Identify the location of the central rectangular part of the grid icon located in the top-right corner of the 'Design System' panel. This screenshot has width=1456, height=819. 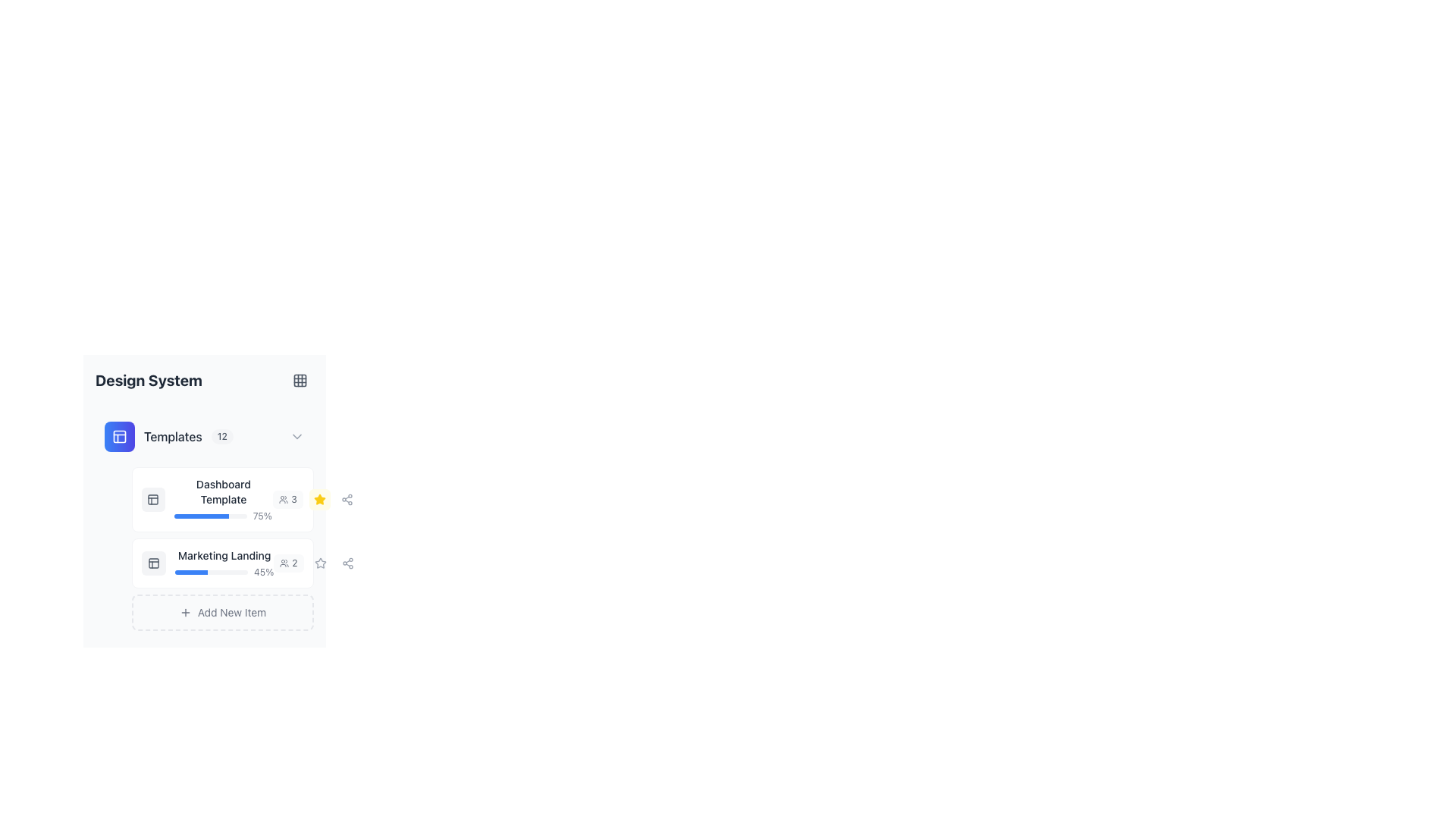
(300, 379).